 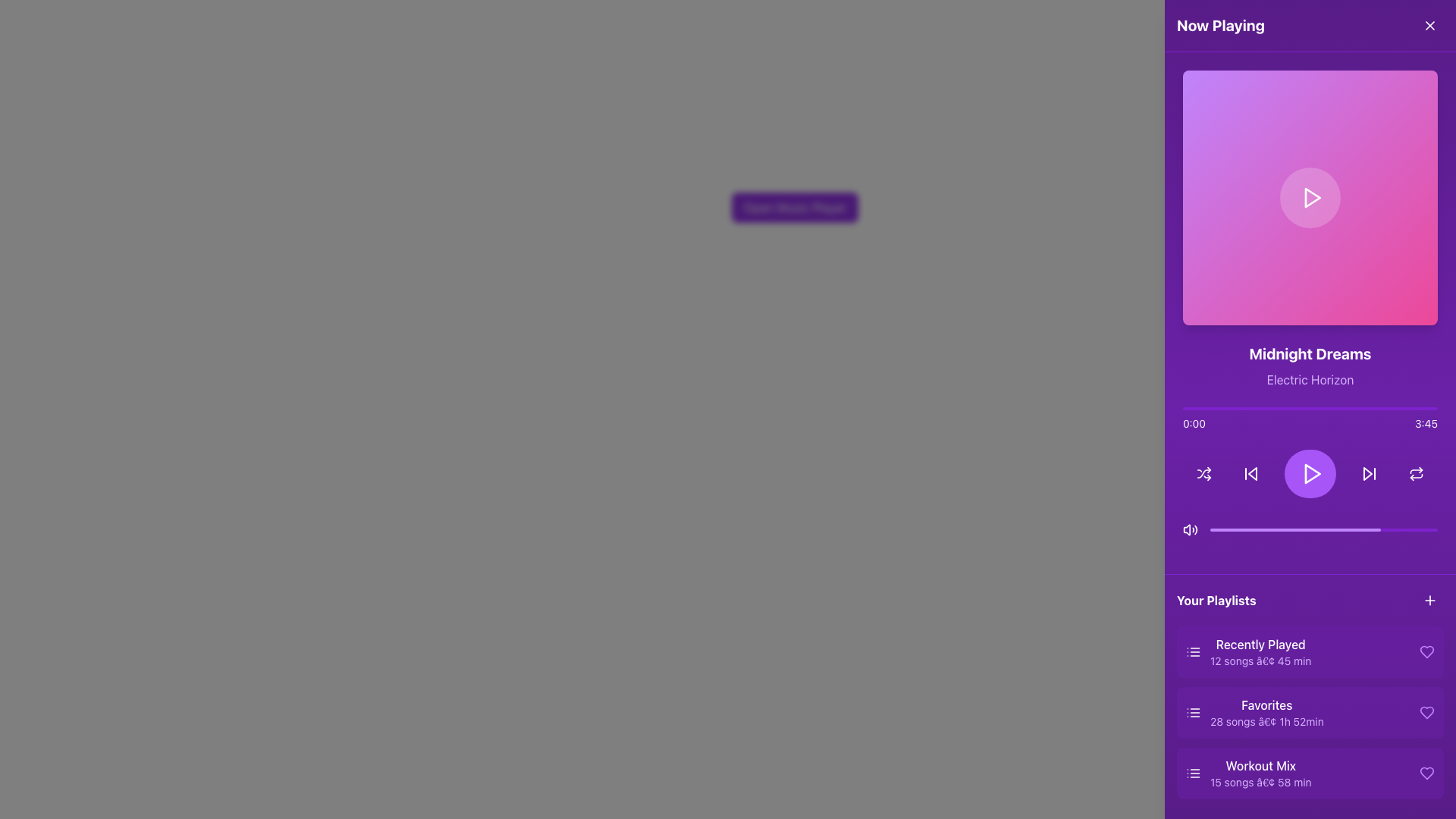 I want to click on the volume, so click(x=1419, y=529).